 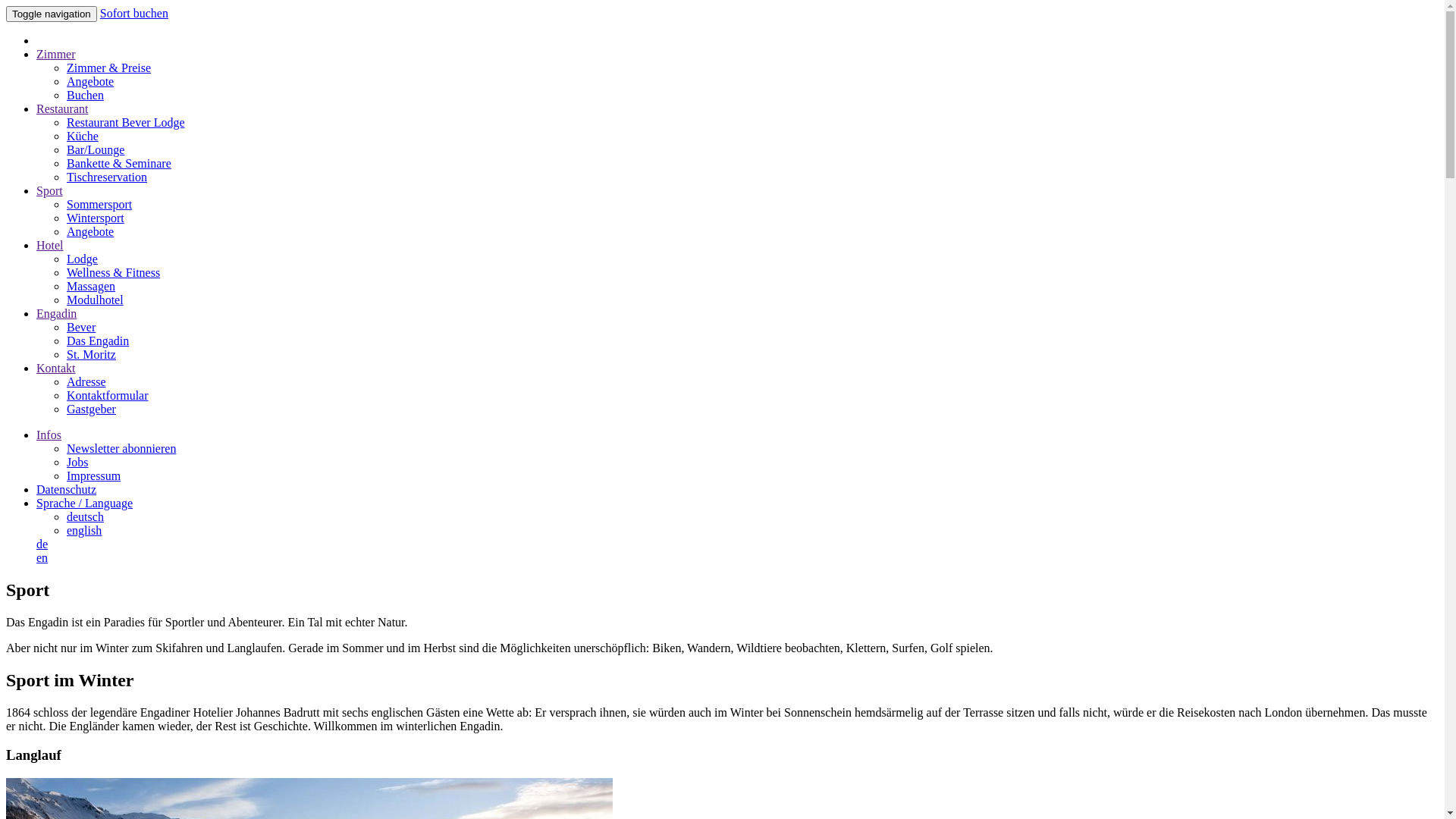 I want to click on 'Engadin', so click(x=56, y=312).